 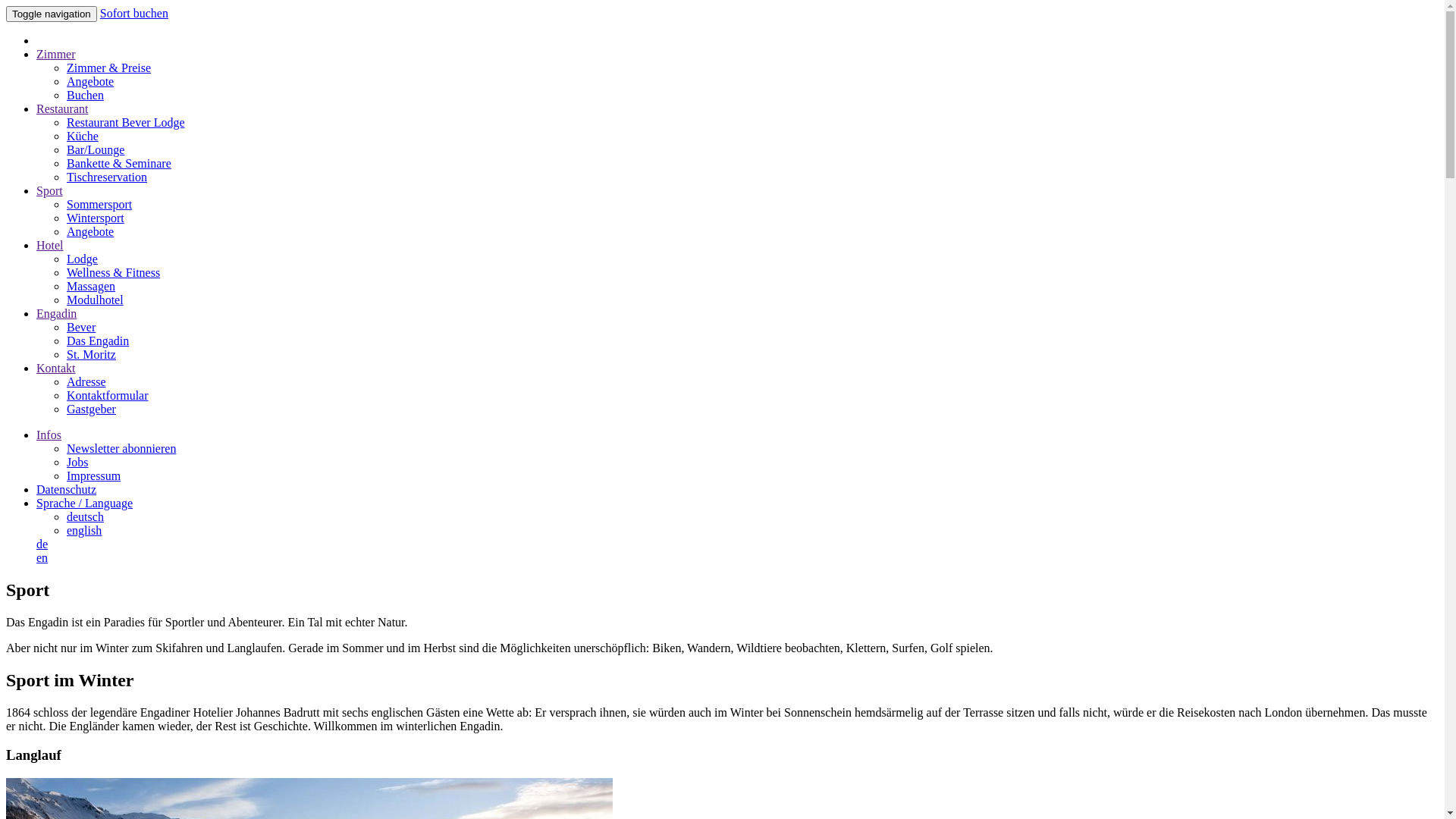 I want to click on 'Engadin', so click(x=56, y=312).